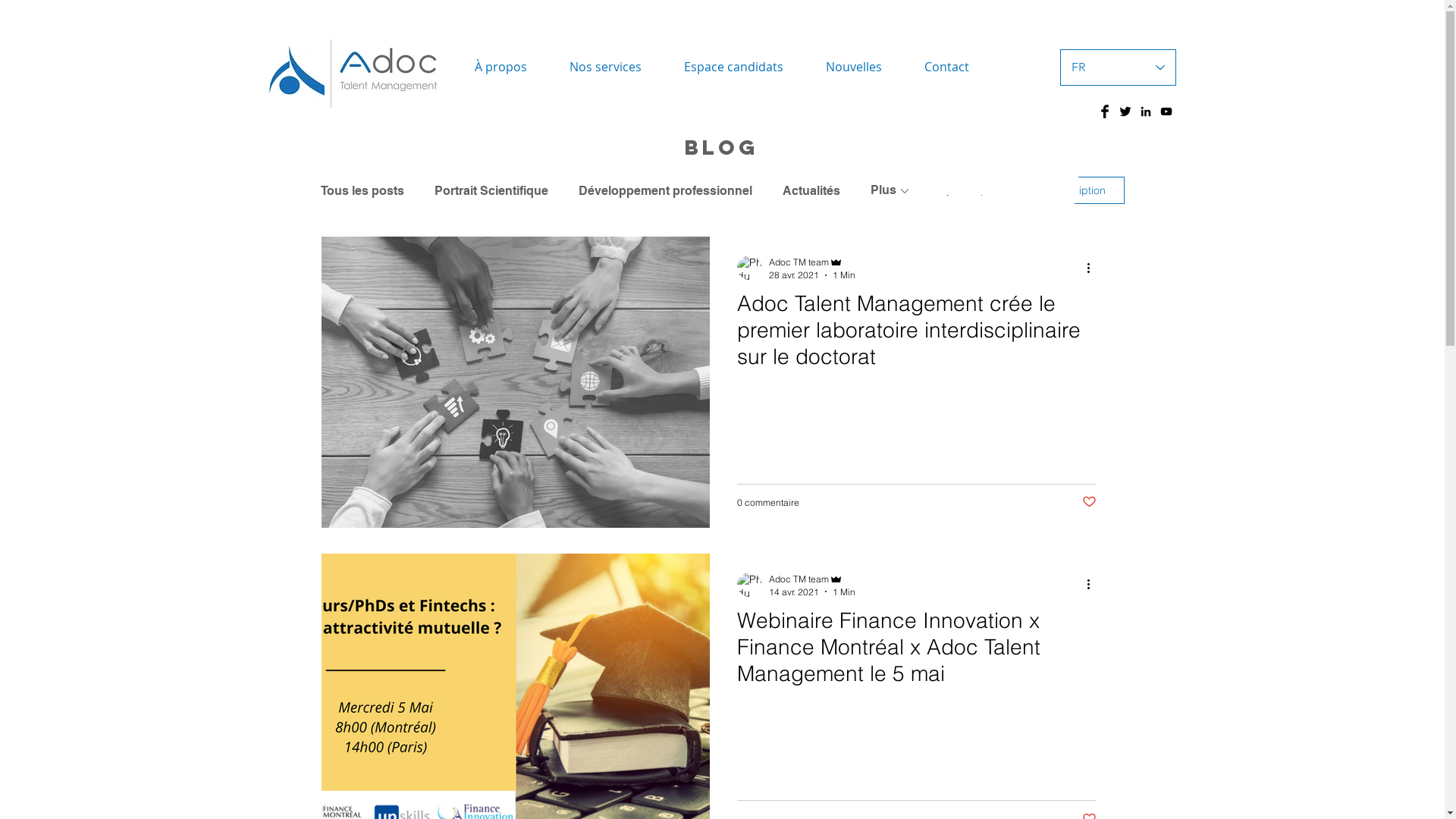 This screenshot has height=819, width=1456. Describe the element at coordinates (733, 66) in the screenshot. I see `'Espace candidats'` at that location.